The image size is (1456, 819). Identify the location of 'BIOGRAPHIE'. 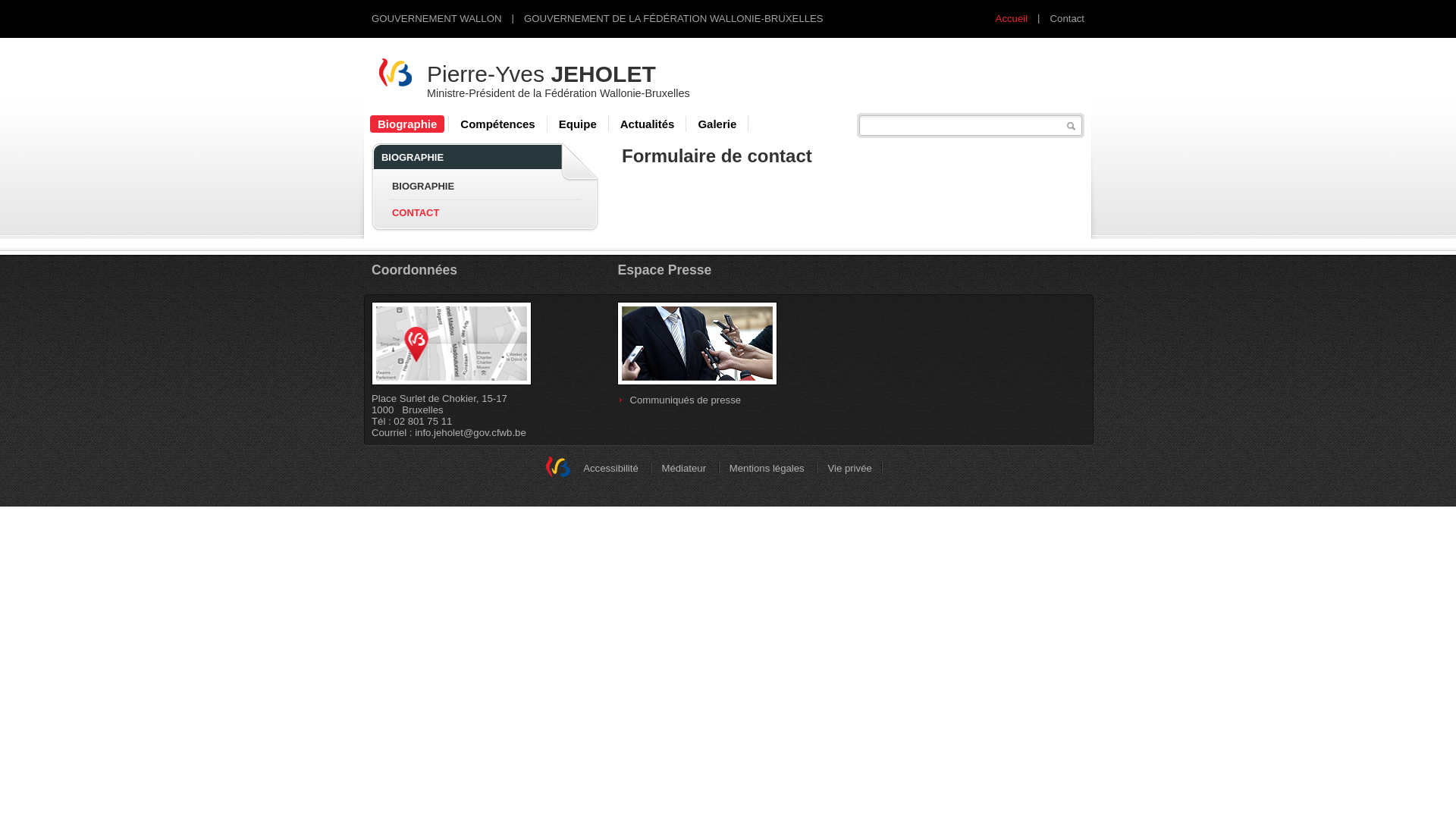
(422, 185).